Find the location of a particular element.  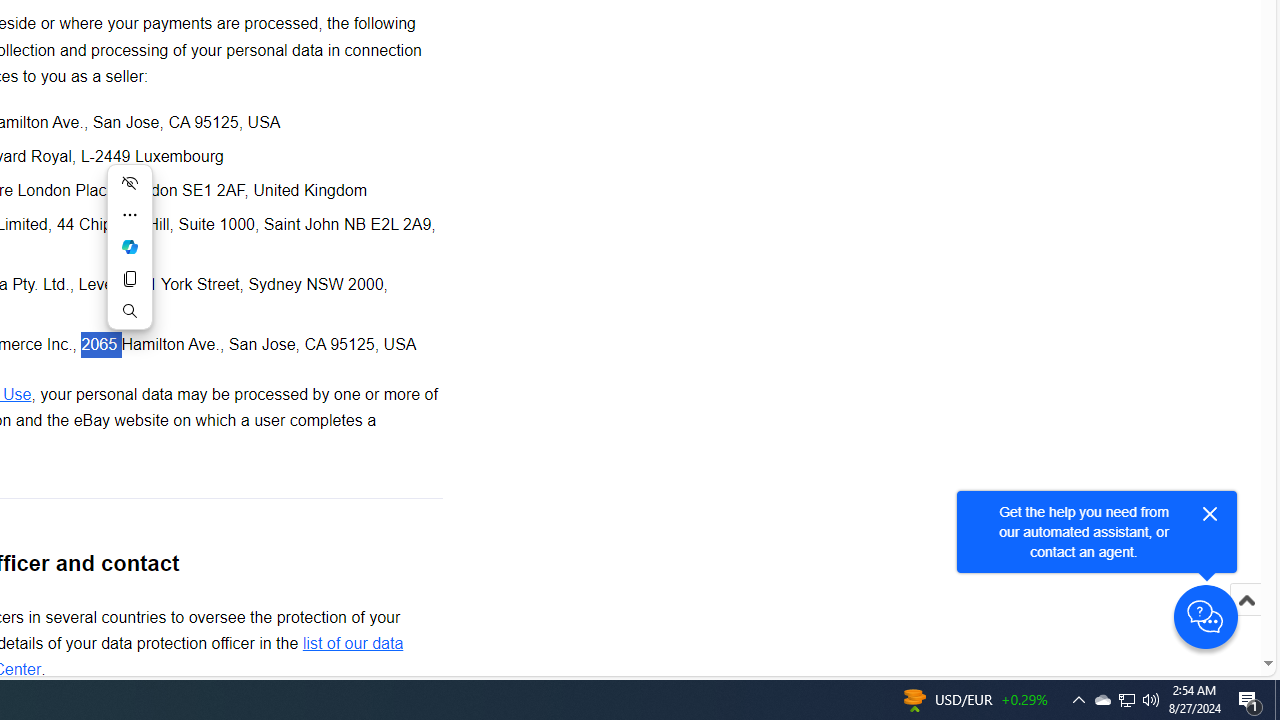

'Mini menu on text selection' is located at coordinates (128, 258).